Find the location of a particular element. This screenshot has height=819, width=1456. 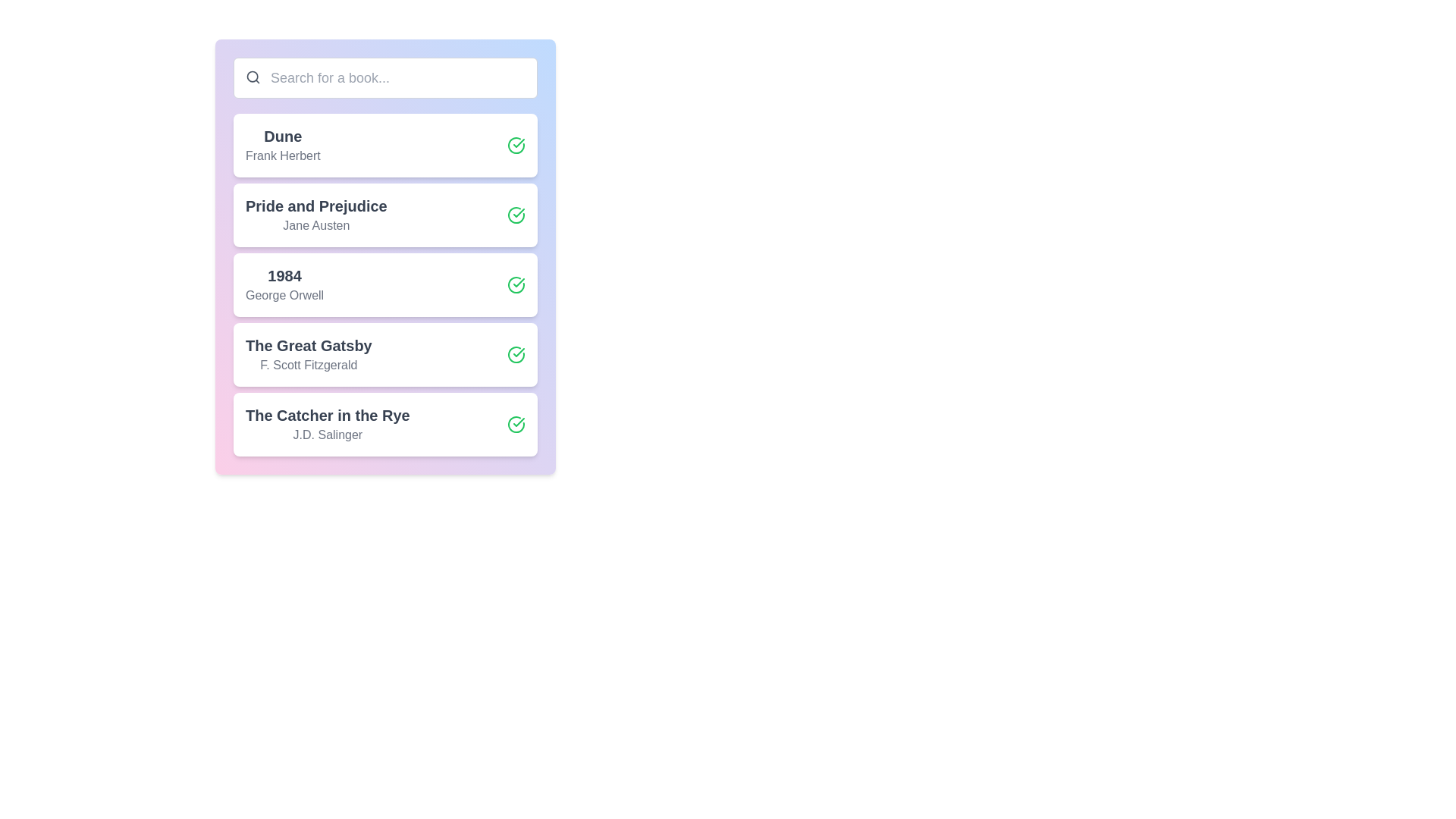

the checkmark icon with a green stroke located next to the book title 'The Great Gatsby' and author 'F. Scott Fitzgerald', which is part of the fourth list item in the vertical list is located at coordinates (519, 353).